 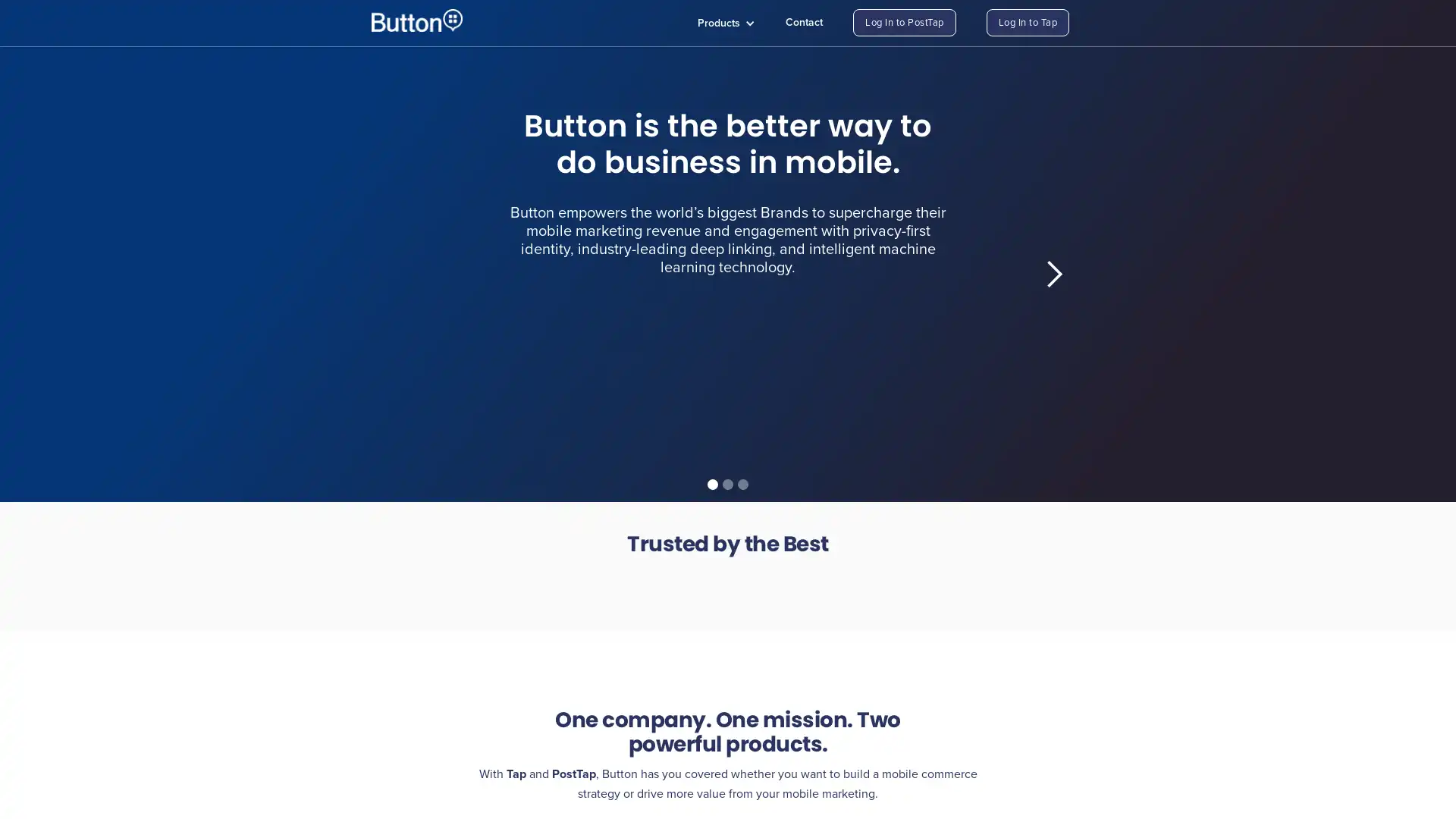 I want to click on previous slide, so click(x=401, y=275).